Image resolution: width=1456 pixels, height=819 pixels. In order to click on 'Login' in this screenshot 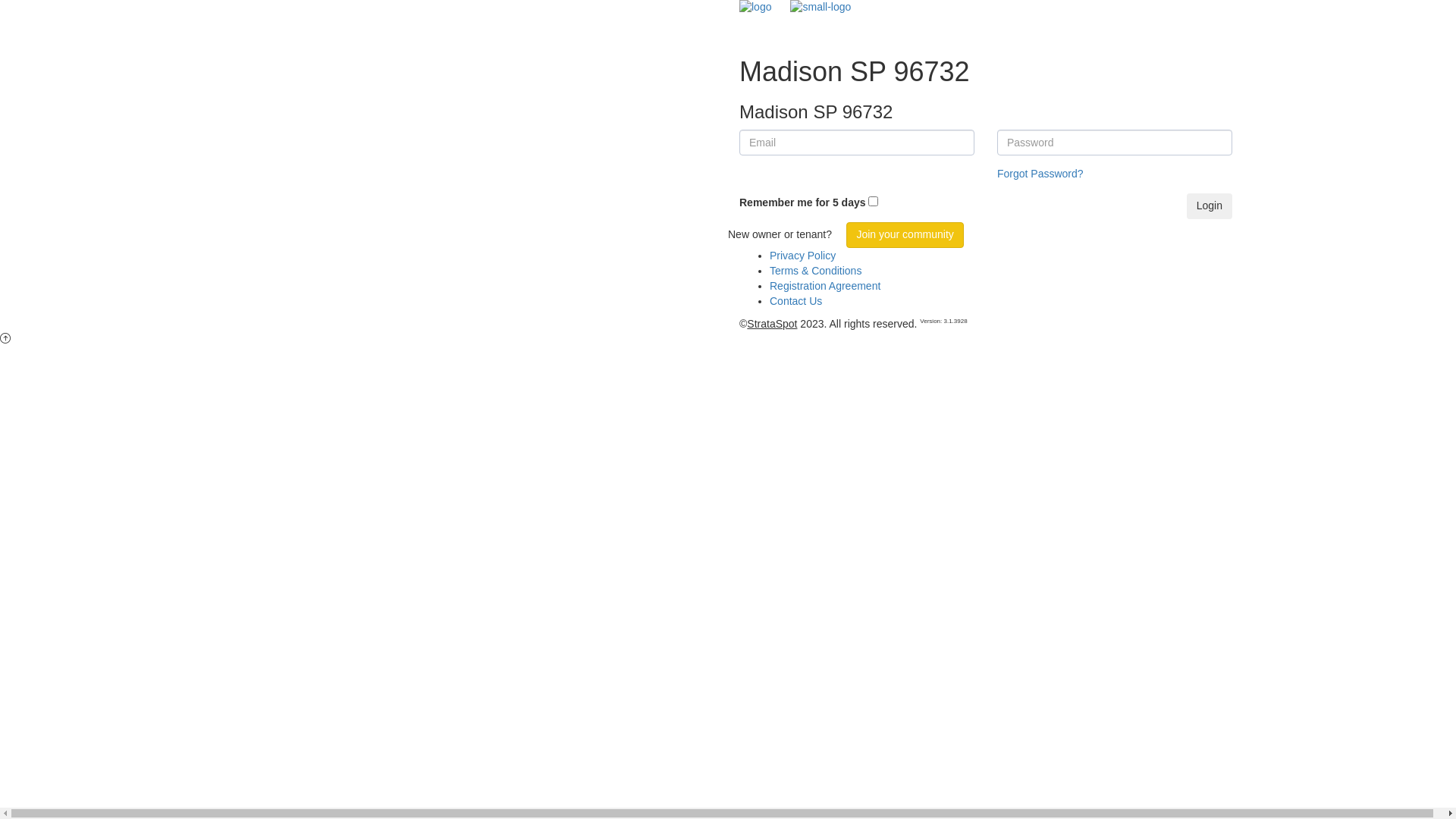, I will do `click(1208, 206)`.